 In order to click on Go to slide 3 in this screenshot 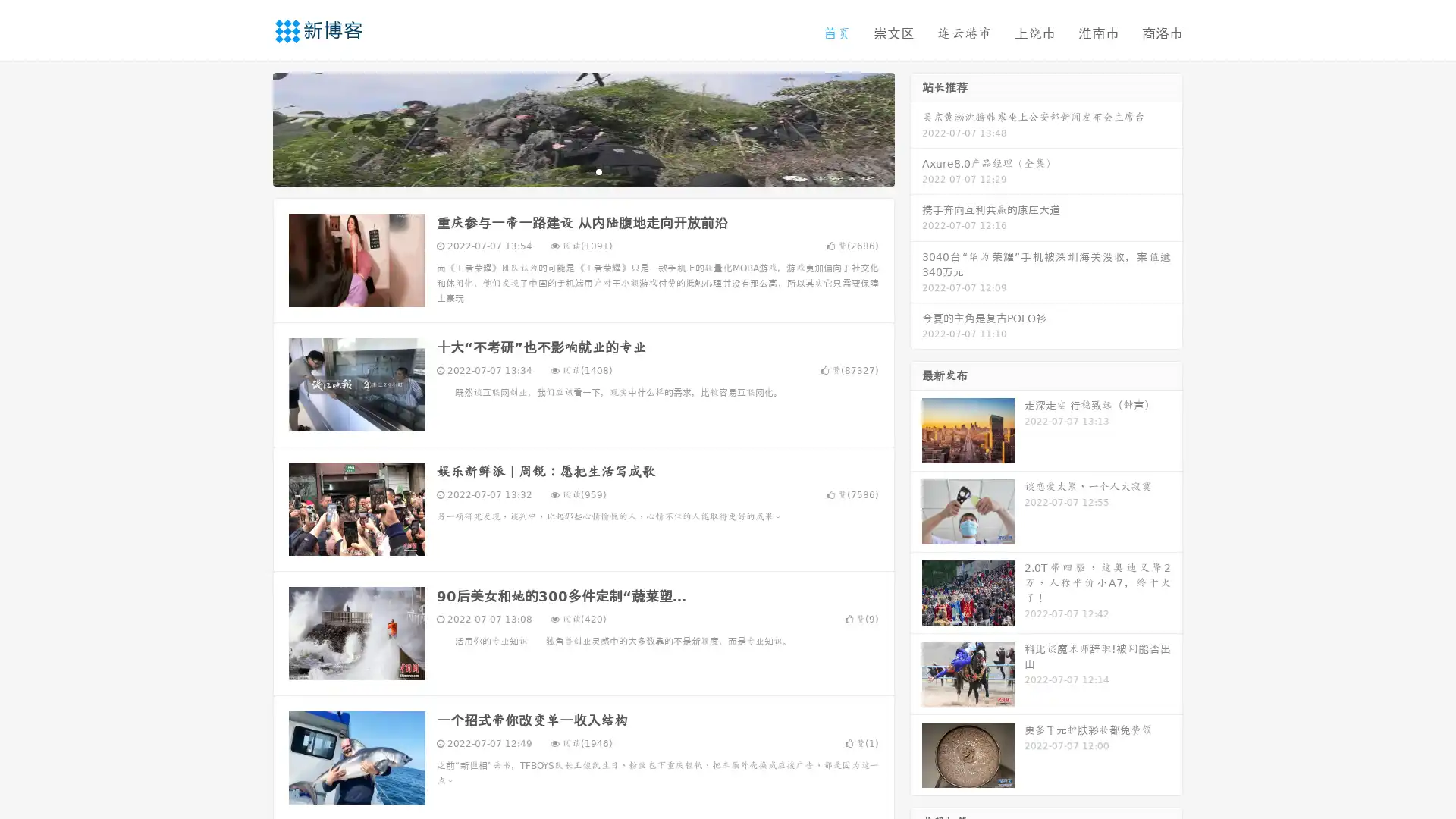, I will do `click(598, 171)`.